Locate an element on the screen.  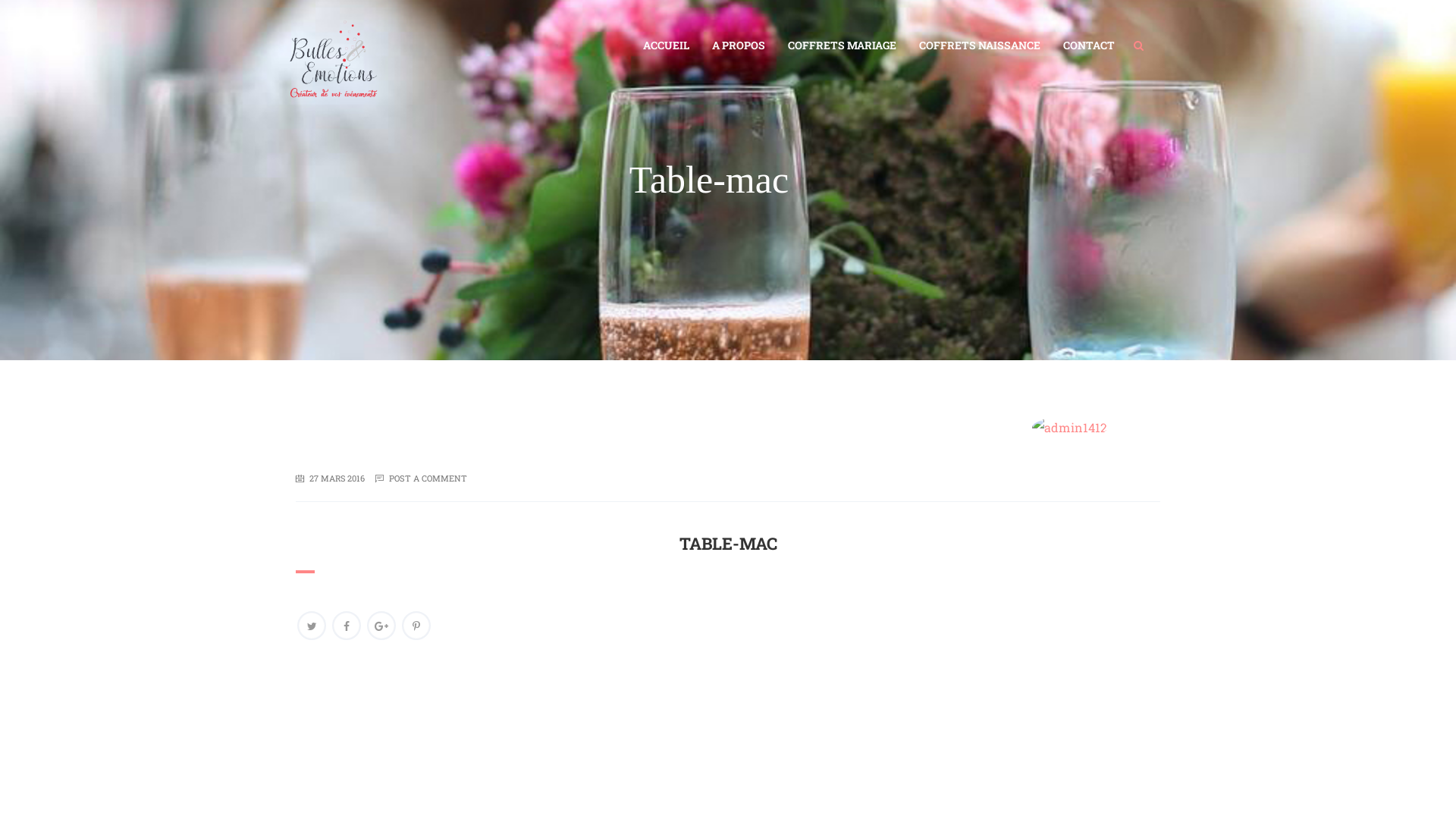
'A PROPOS' is located at coordinates (739, 45).